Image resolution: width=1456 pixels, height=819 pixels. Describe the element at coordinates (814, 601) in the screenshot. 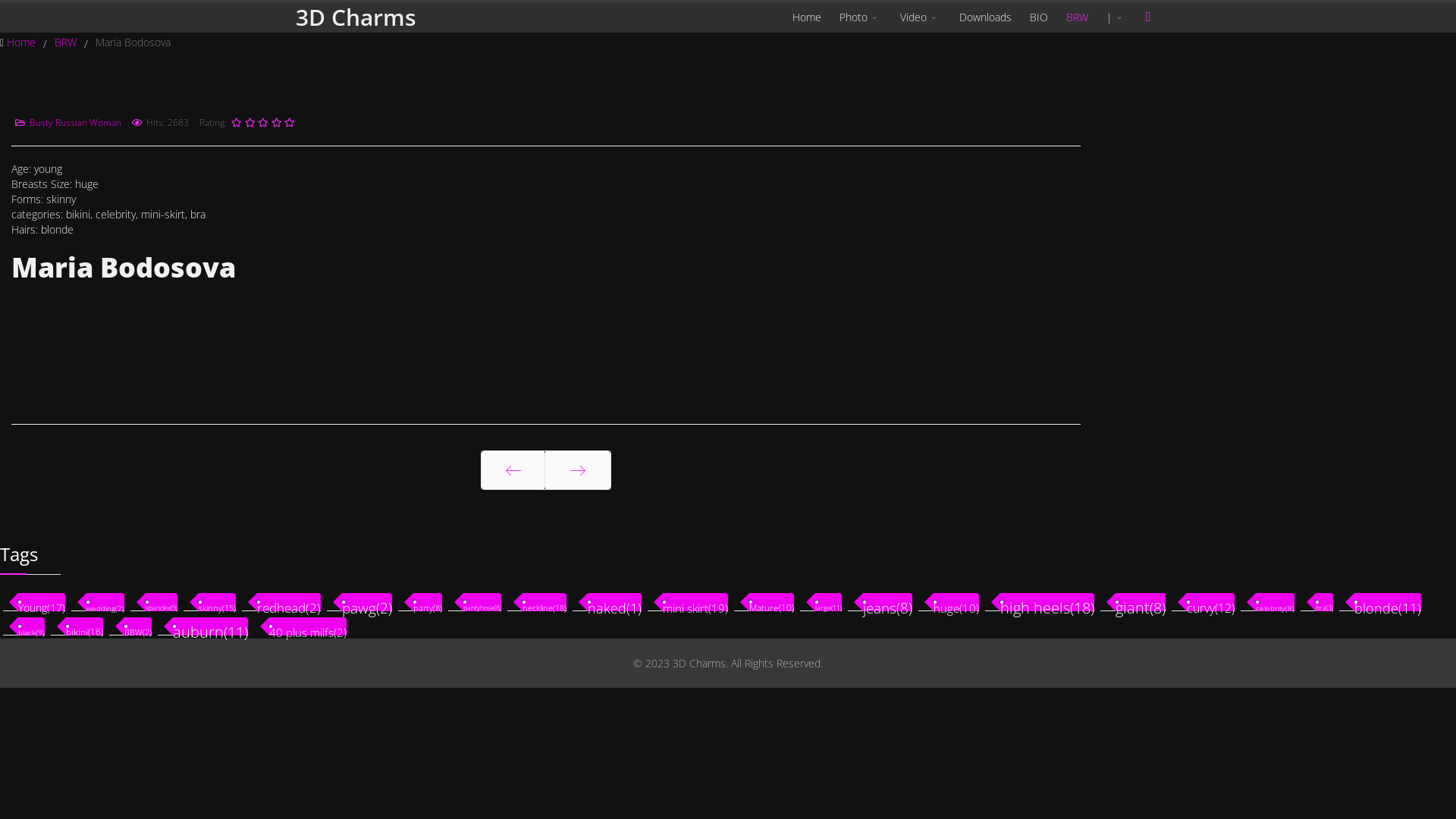

I see `'large(11)'` at that location.